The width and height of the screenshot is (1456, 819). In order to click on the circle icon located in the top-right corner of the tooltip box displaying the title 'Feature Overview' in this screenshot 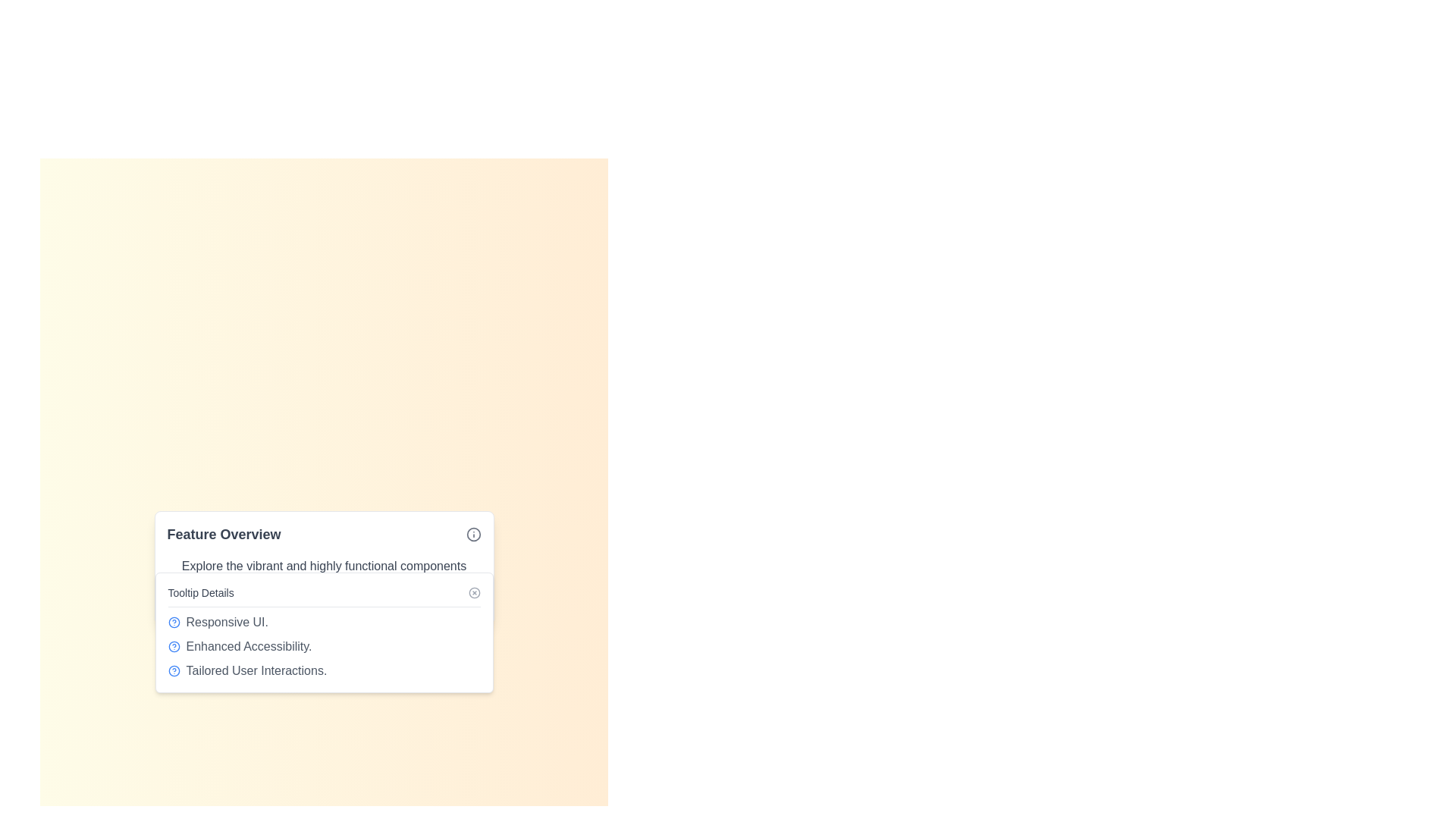, I will do `click(472, 534)`.